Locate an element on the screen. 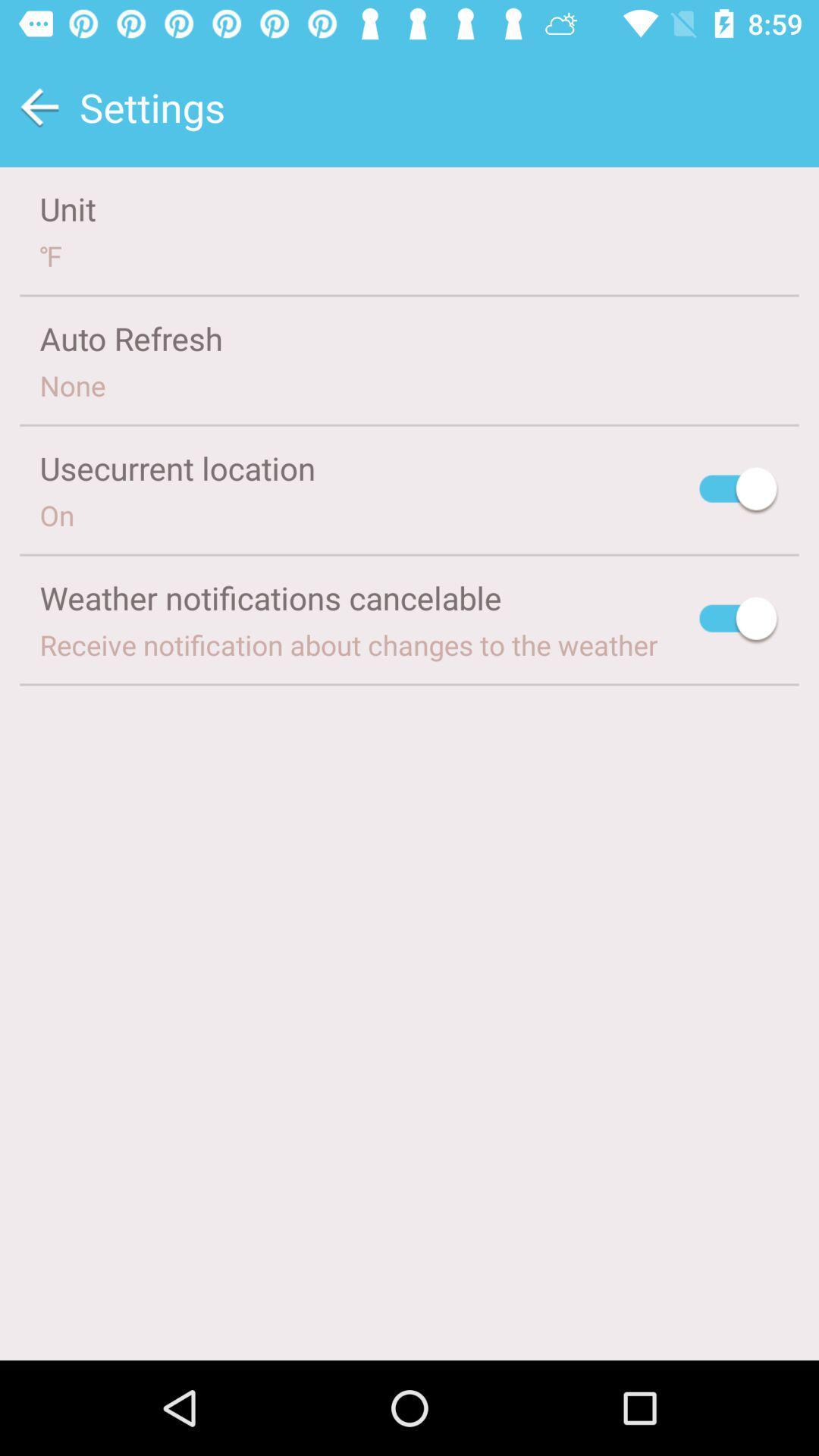 This screenshot has height=1456, width=819. go back is located at coordinates (39, 106).